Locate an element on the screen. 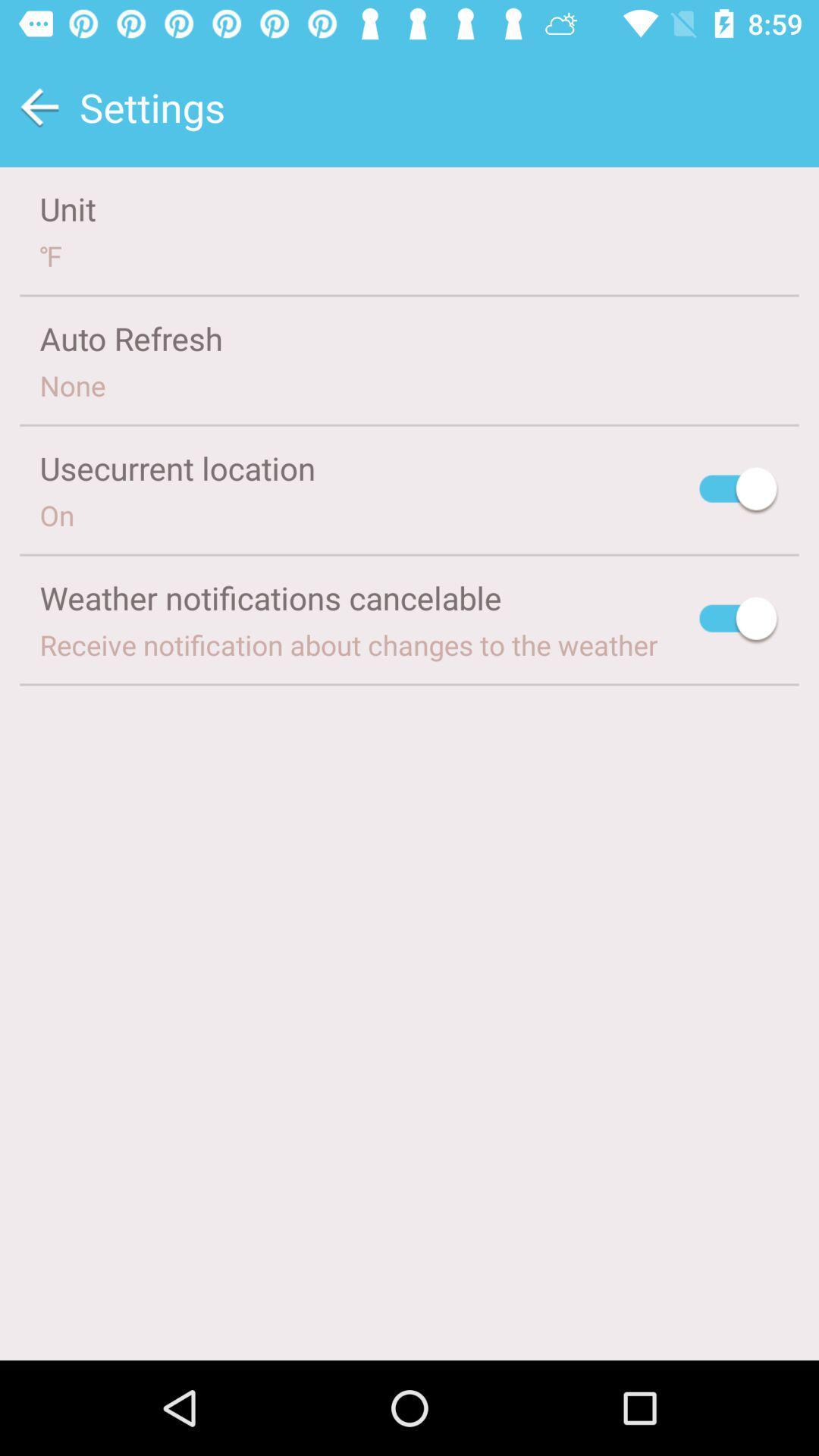 This screenshot has height=1456, width=819. go back is located at coordinates (39, 106).